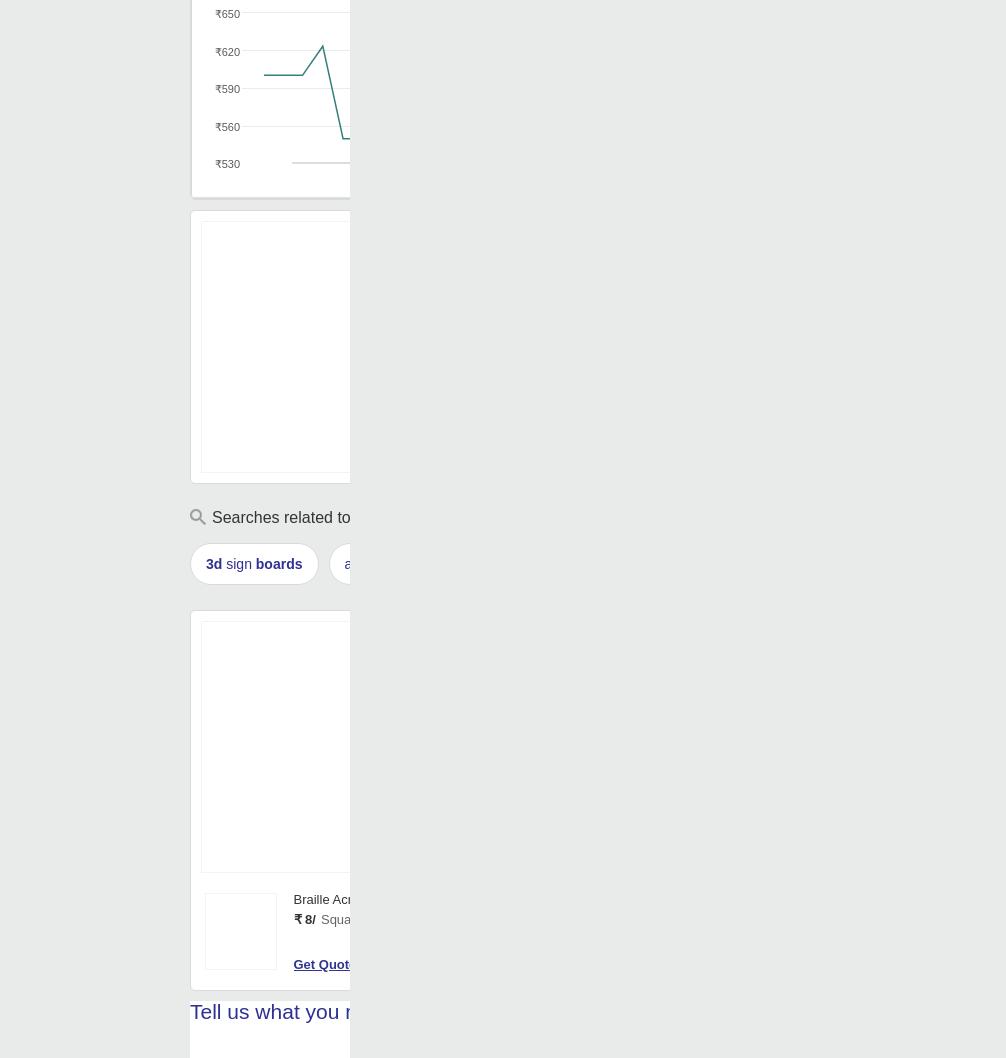  Describe the element at coordinates (491, 713) in the screenshot. I see `'Color'` at that location.